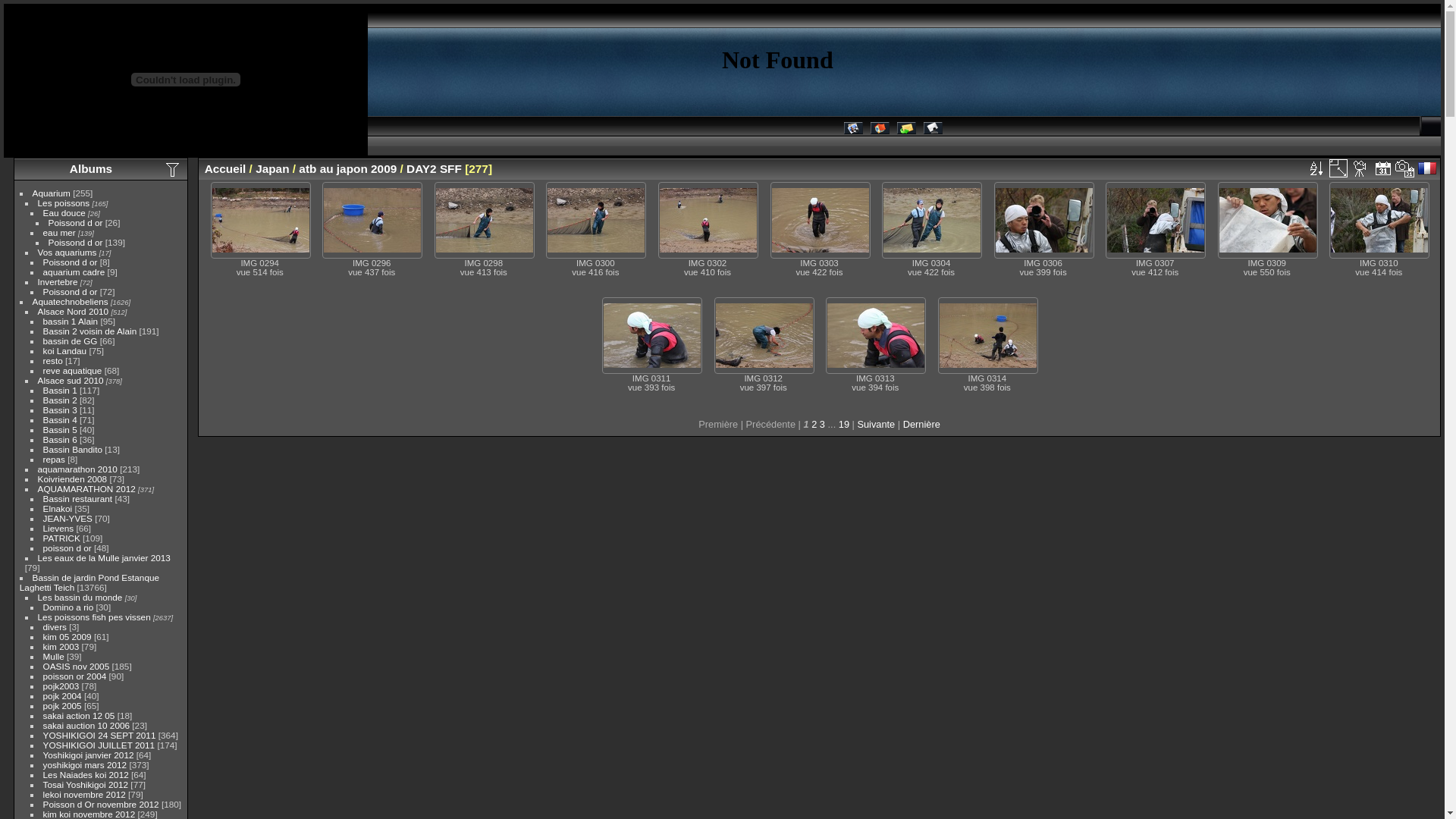  What do you see at coordinates (58, 508) in the screenshot?
I see `'Elnakoi'` at bounding box center [58, 508].